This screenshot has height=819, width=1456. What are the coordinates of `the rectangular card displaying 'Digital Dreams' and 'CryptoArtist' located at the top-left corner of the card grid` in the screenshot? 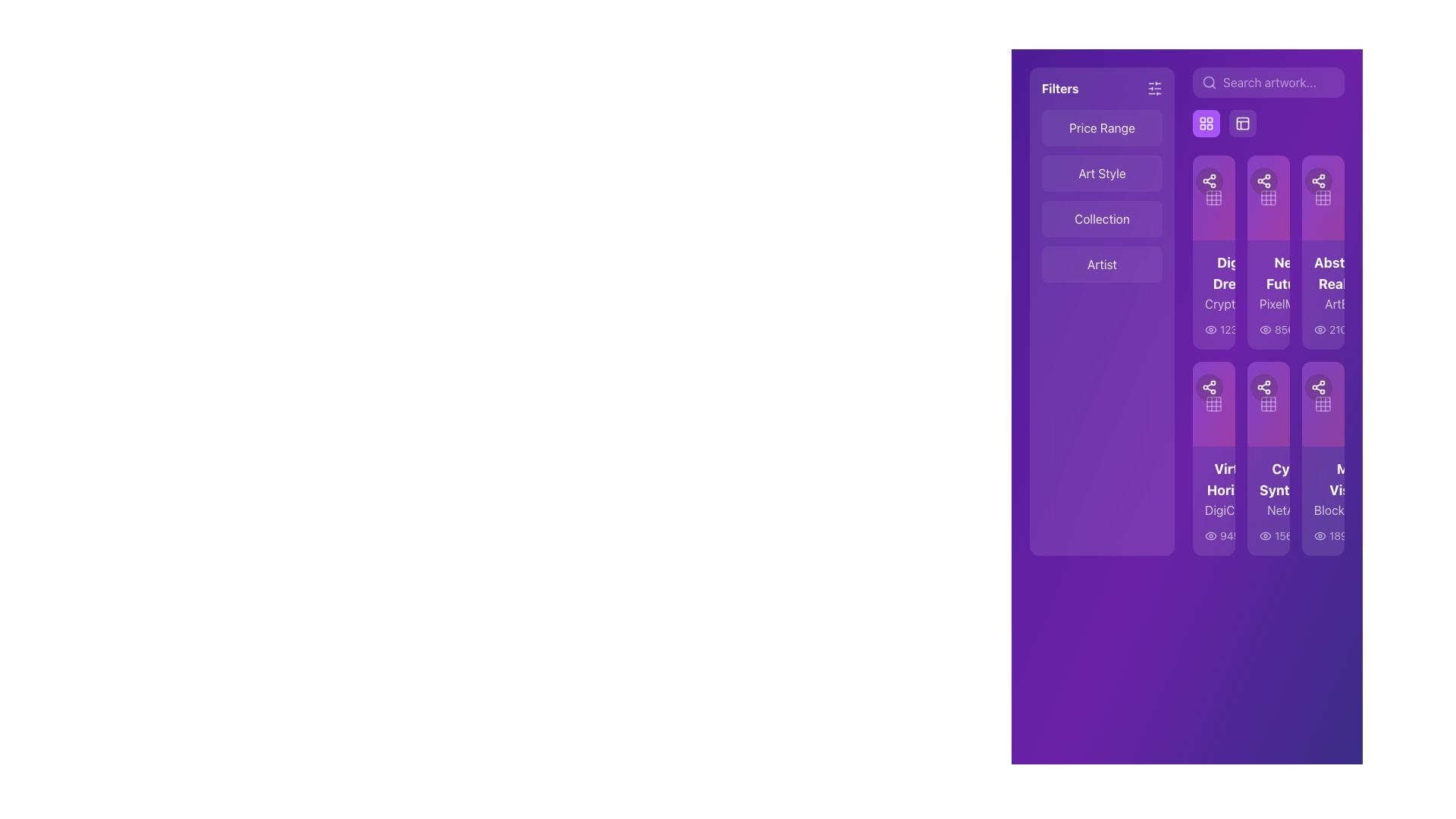 It's located at (1214, 295).